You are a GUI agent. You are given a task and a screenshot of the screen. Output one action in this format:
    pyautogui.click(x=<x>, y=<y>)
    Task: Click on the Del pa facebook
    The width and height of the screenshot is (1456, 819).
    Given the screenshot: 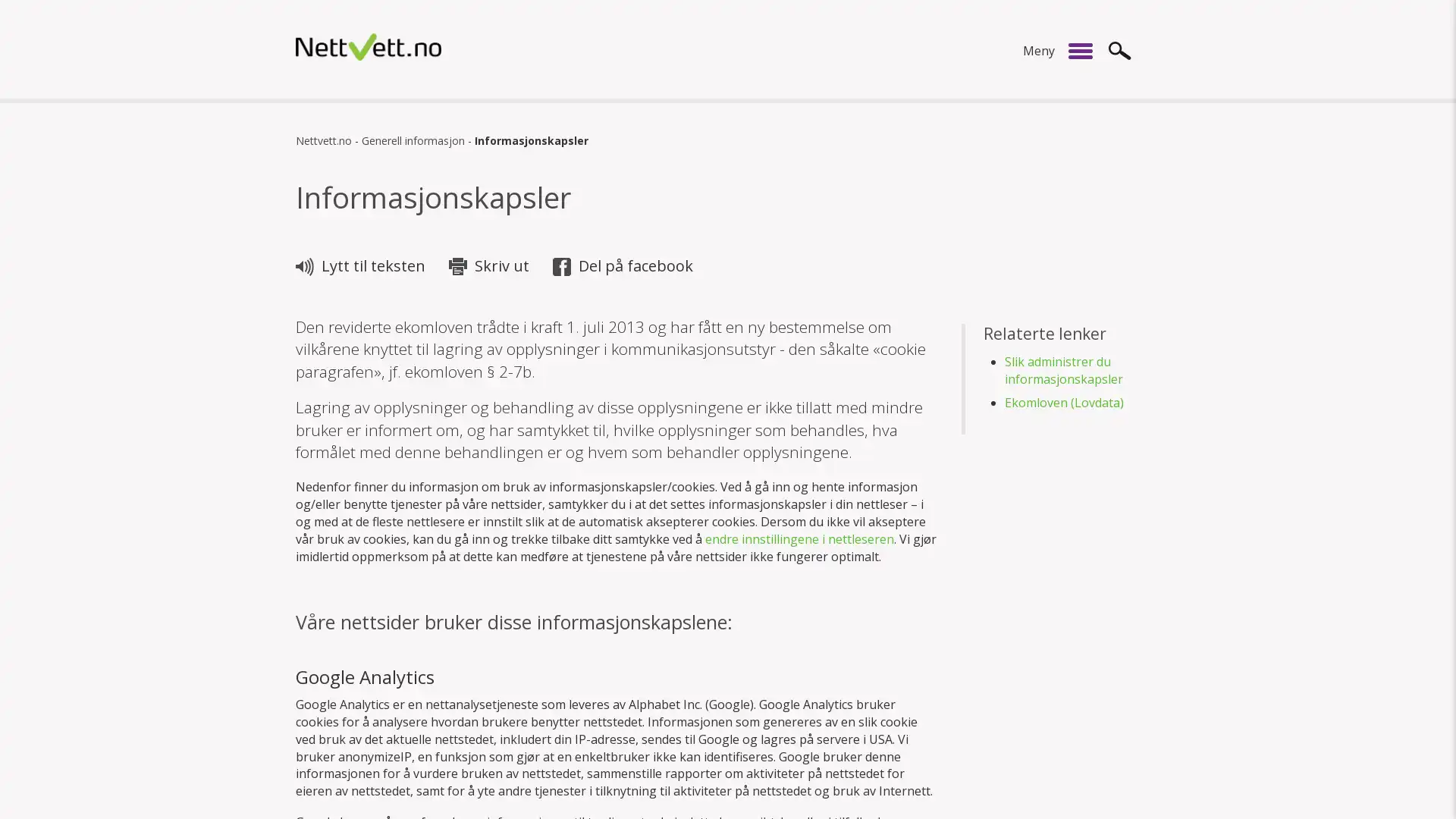 What is the action you would take?
    pyautogui.click(x=625, y=265)
    